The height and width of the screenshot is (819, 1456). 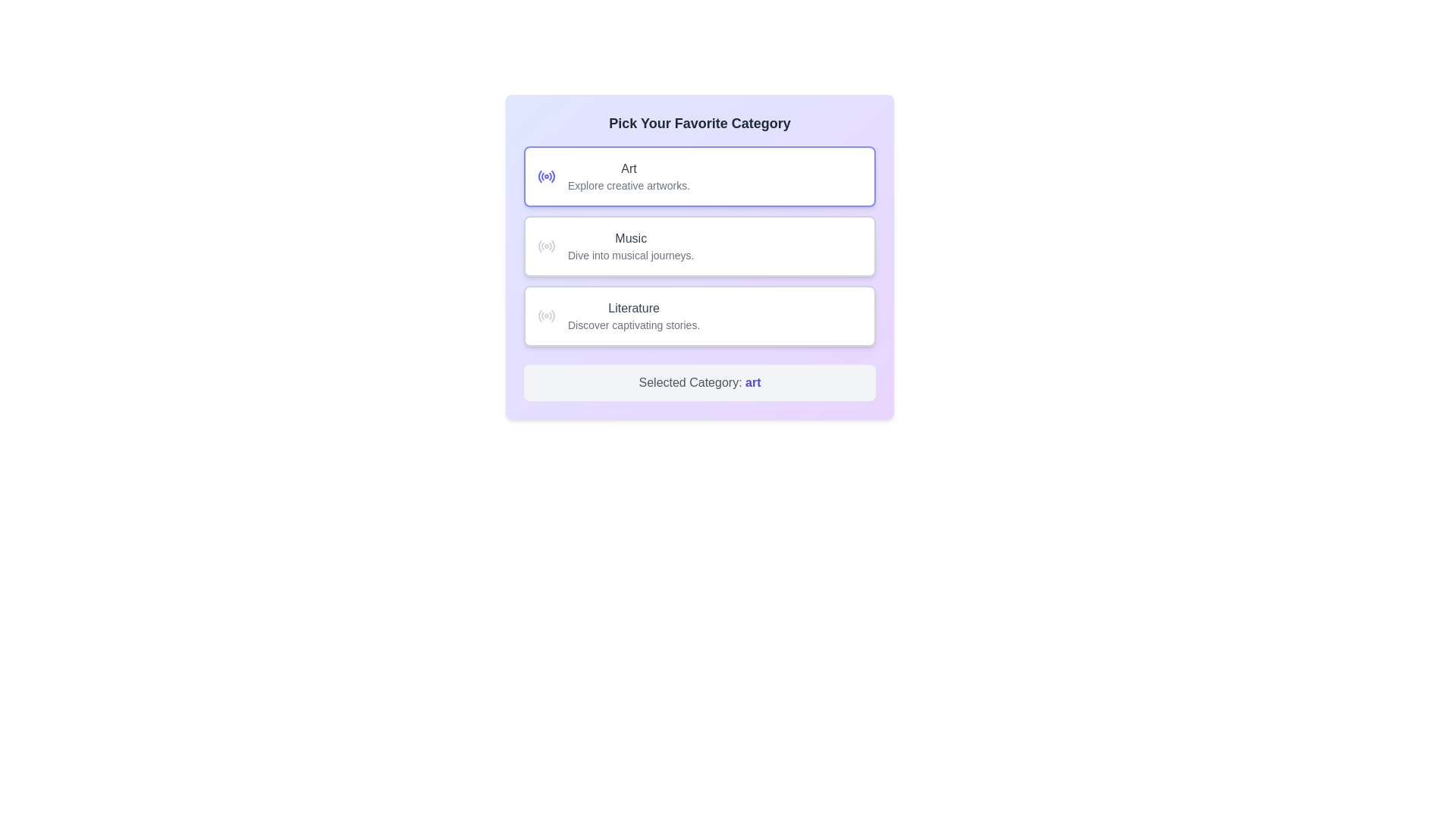 I want to click on the text label displaying 'Literature', which is part of a vertically aligned list of selectable items, so click(x=634, y=308).